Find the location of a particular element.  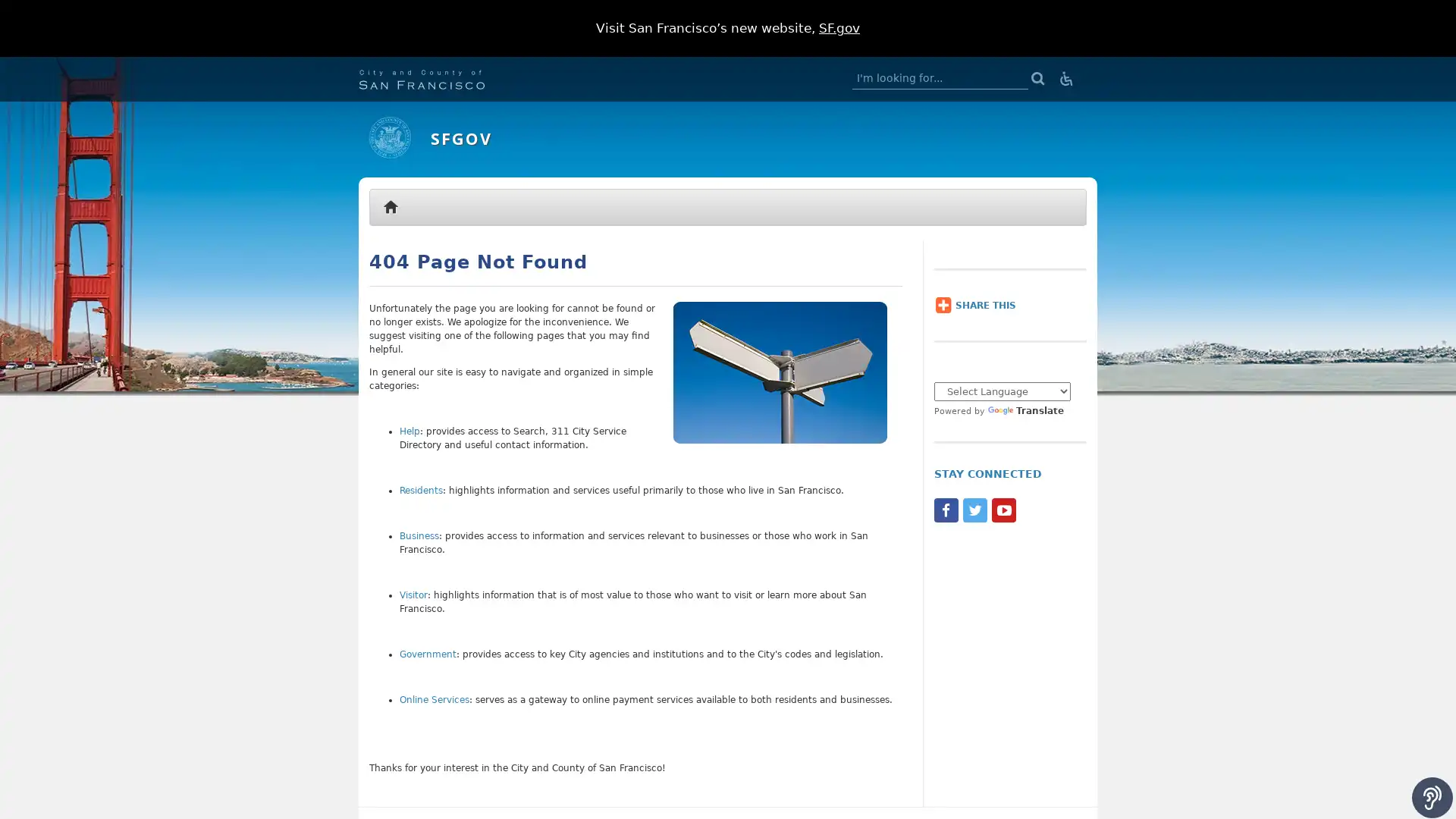

Listen with the ReachDeck Toolbar is located at coordinates (1432, 797).